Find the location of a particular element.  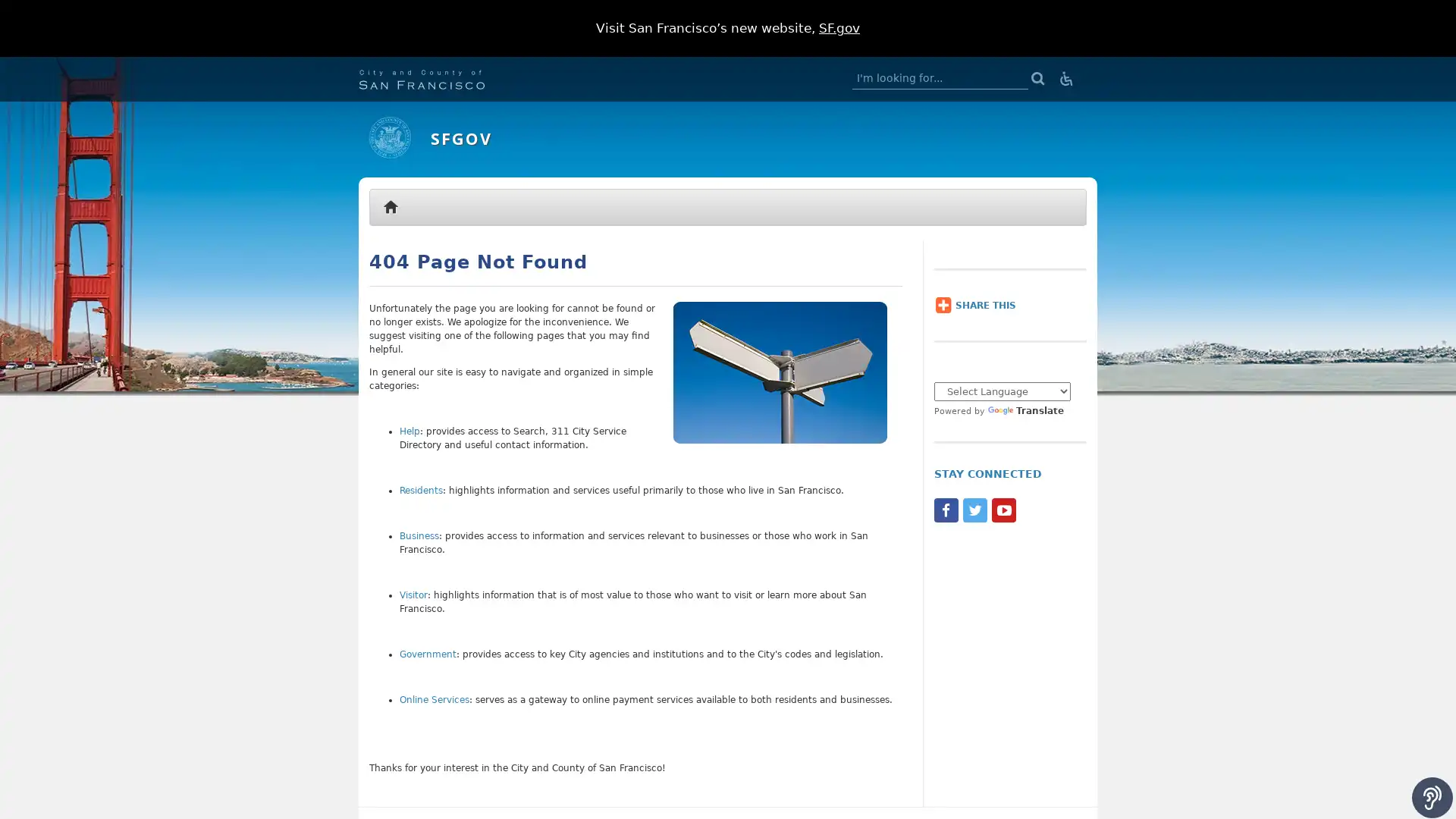

Listen with the ReachDeck Toolbar is located at coordinates (1432, 797).